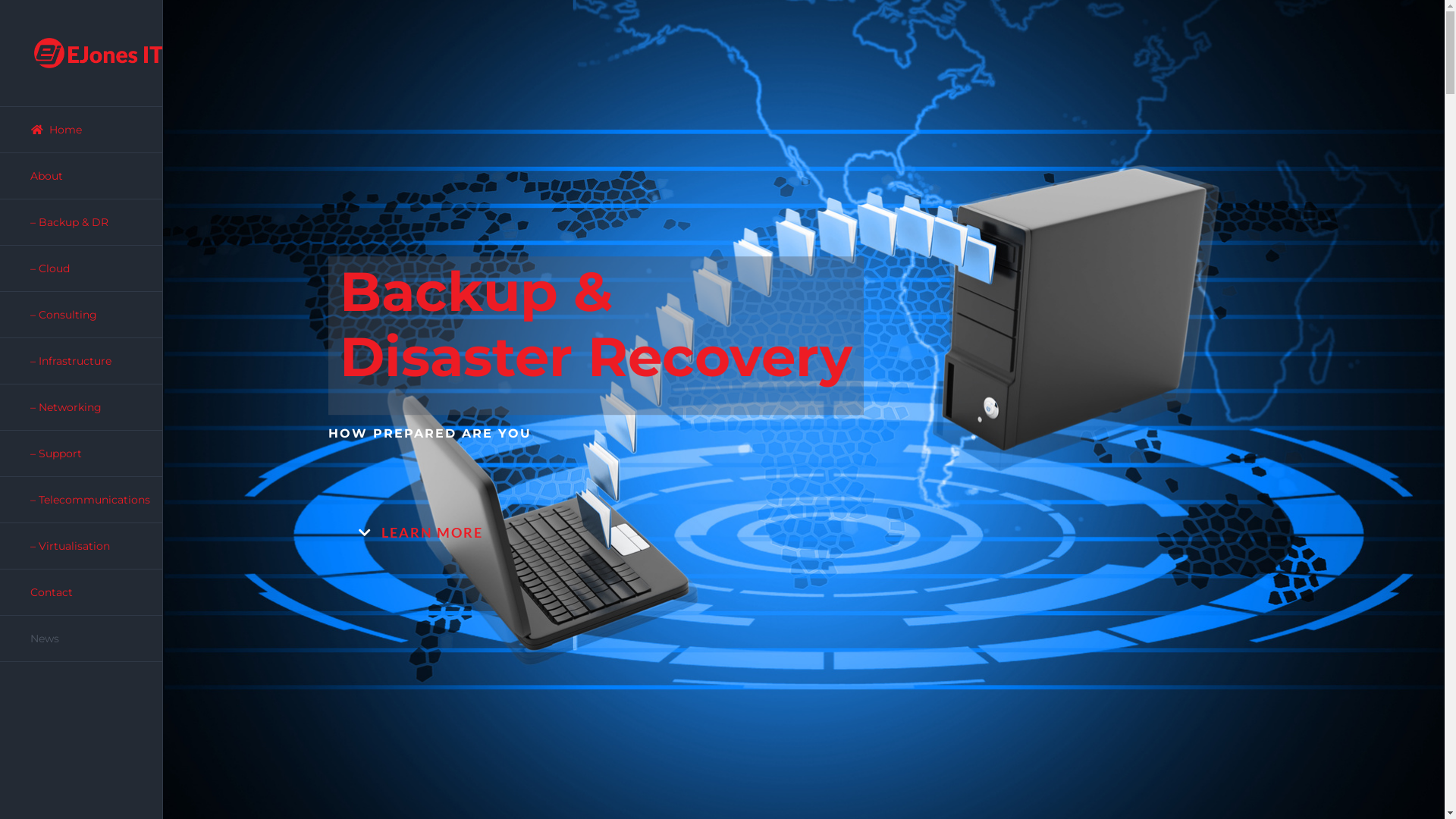 This screenshot has width=1456, height=819. What do you see at coordinates (80, 128) in the screenshot?
I see `'Home'` at bounding box center [80, 128].